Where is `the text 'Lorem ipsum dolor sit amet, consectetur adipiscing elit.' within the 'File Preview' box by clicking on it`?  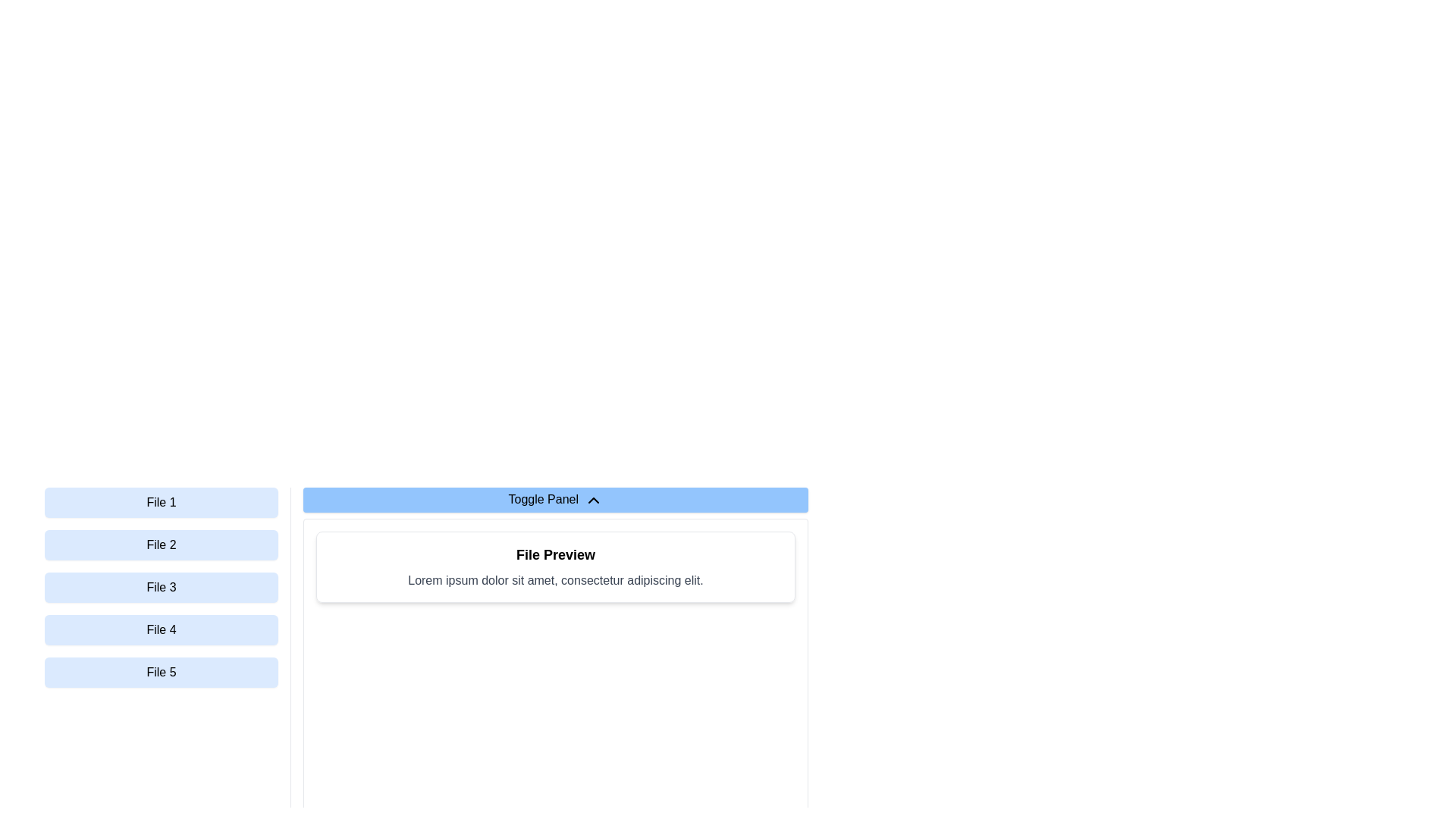 the text 'Lorem ipsum dolor sit amet, consectetur adipiscing elit.' within the 'File Preview' box by clicking on it is located at coordinates (555, 579).